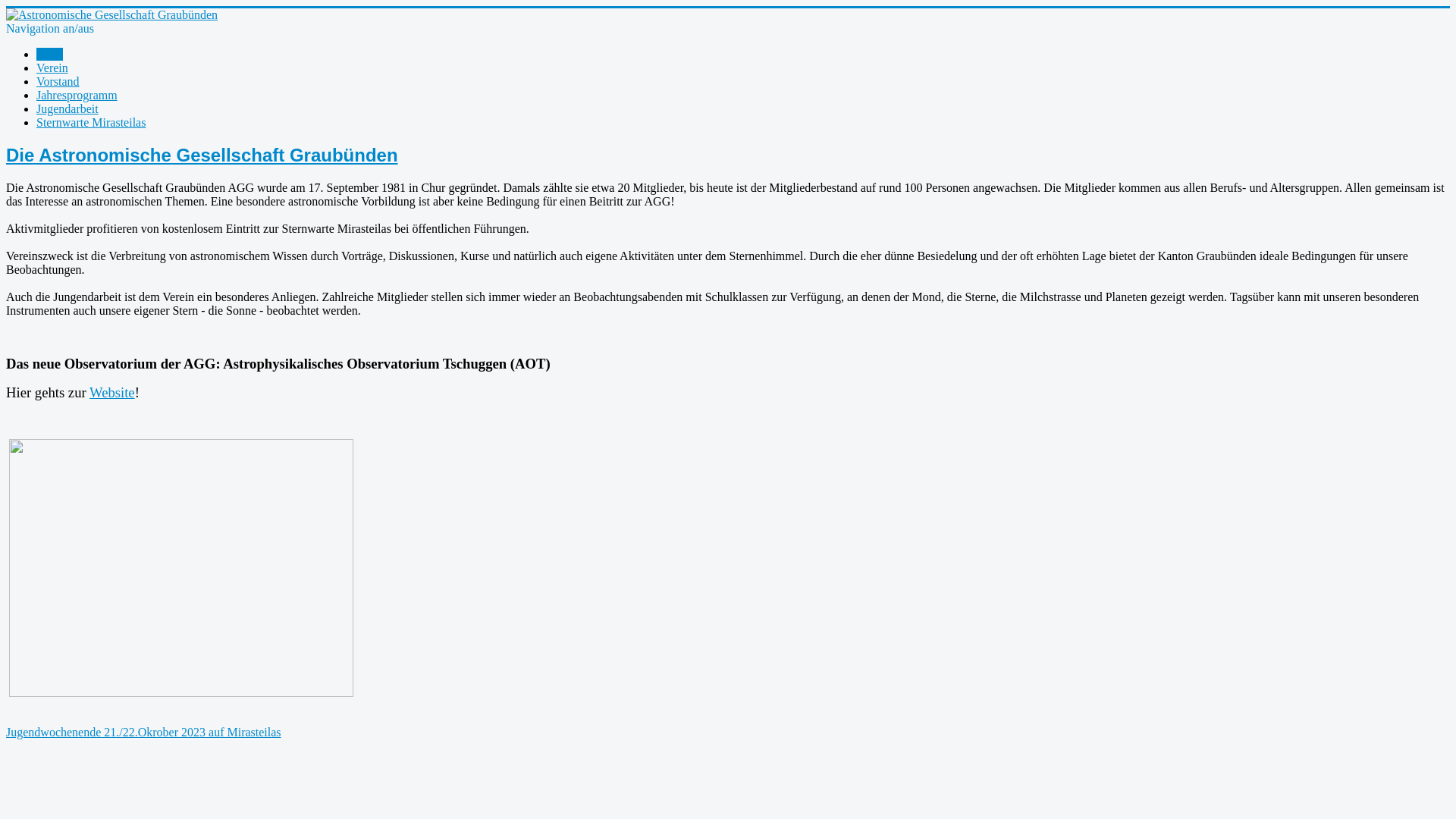 The width and height of the screenshot is (1456, 819). What do you see at coordinates (90, 121) in the screenshot?
I see `'Sternwarte Mirasteilas'` at bounding box center [90, 121].